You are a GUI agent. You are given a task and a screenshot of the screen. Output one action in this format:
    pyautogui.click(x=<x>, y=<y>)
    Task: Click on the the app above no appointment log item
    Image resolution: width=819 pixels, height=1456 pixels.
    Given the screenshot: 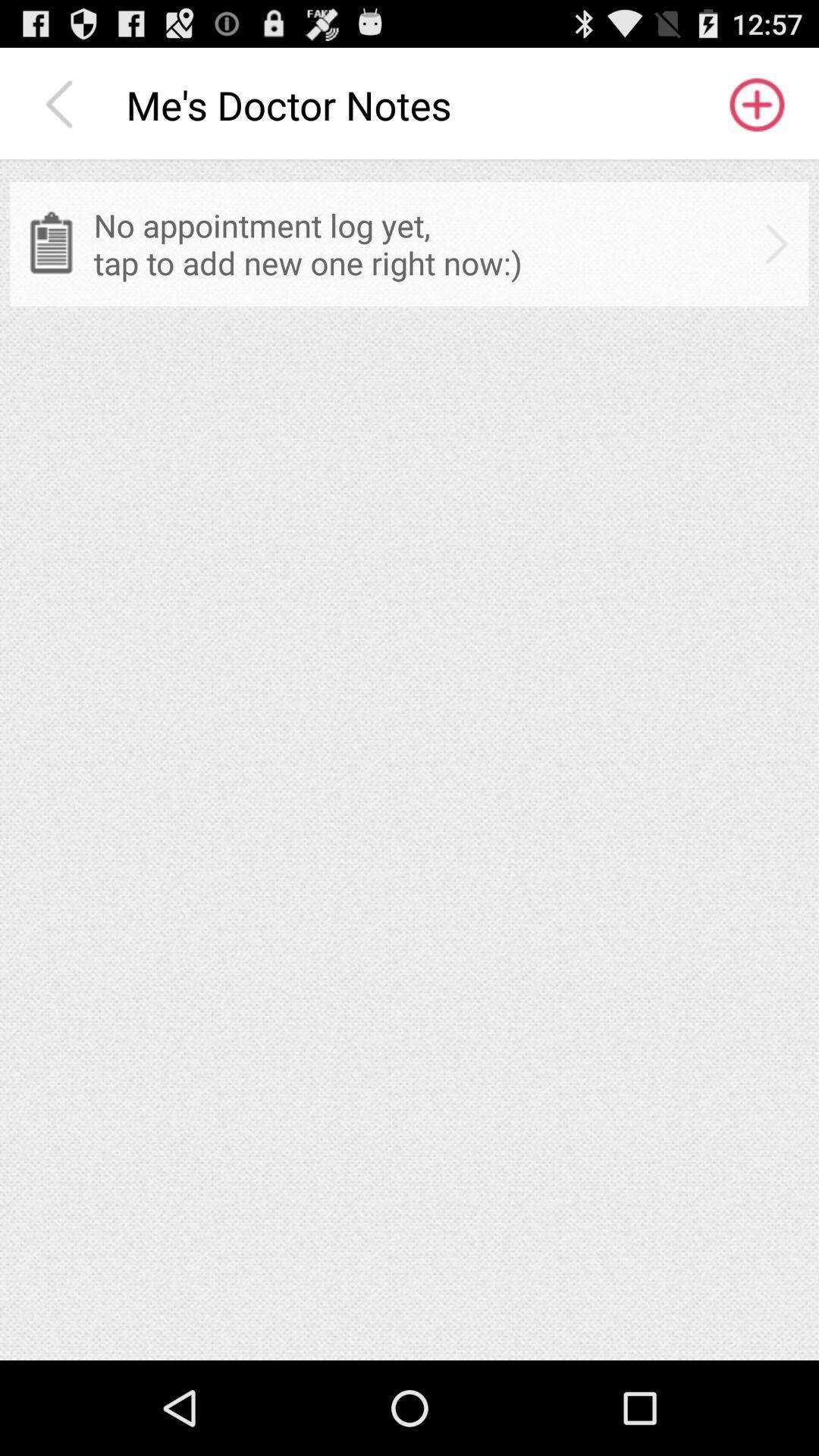 What is the action you would take?
    pyautogui.click(x=755, y=104)
    